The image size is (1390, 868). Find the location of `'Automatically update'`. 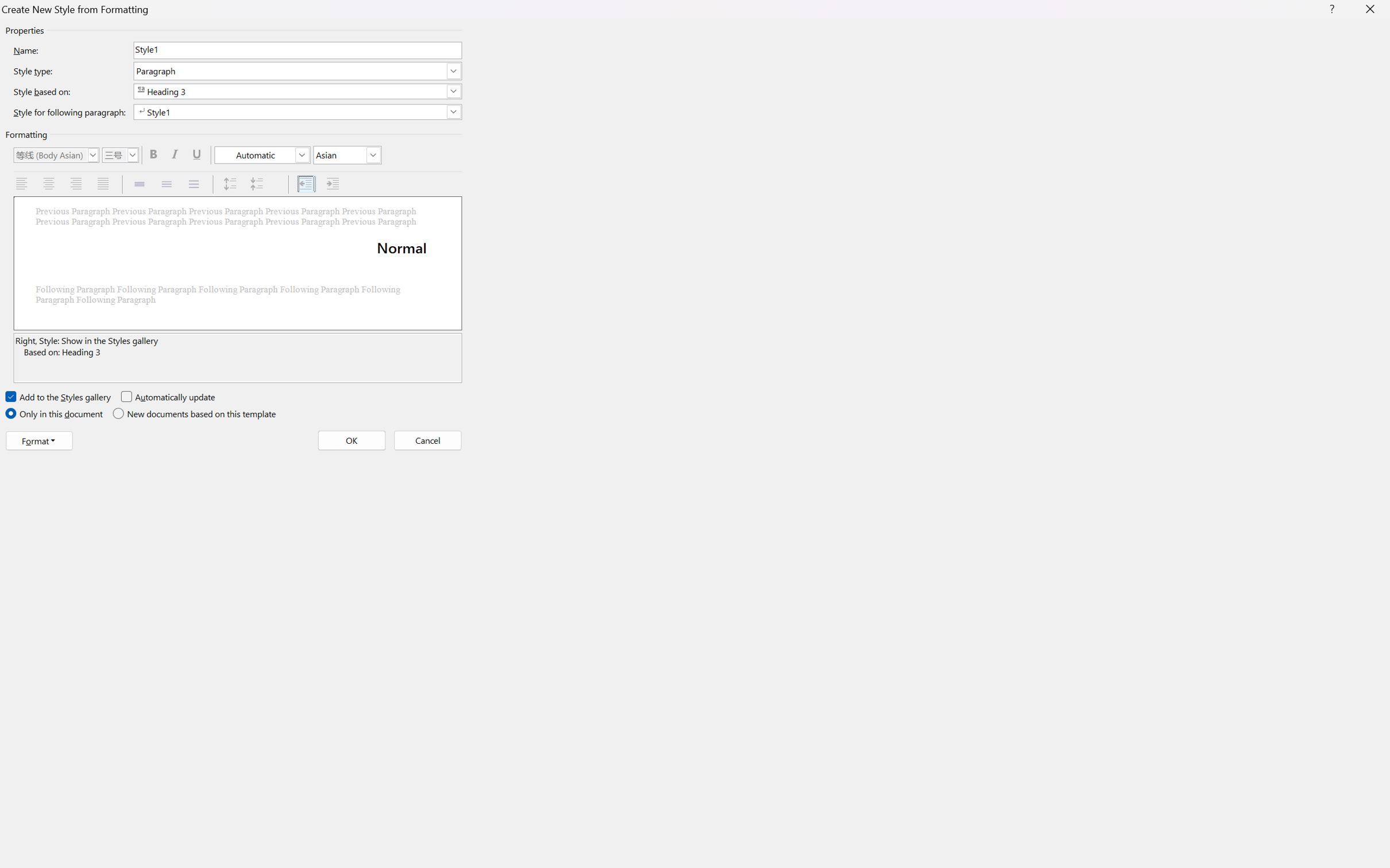

'Automatically update' is located at coordinates (169, 397).